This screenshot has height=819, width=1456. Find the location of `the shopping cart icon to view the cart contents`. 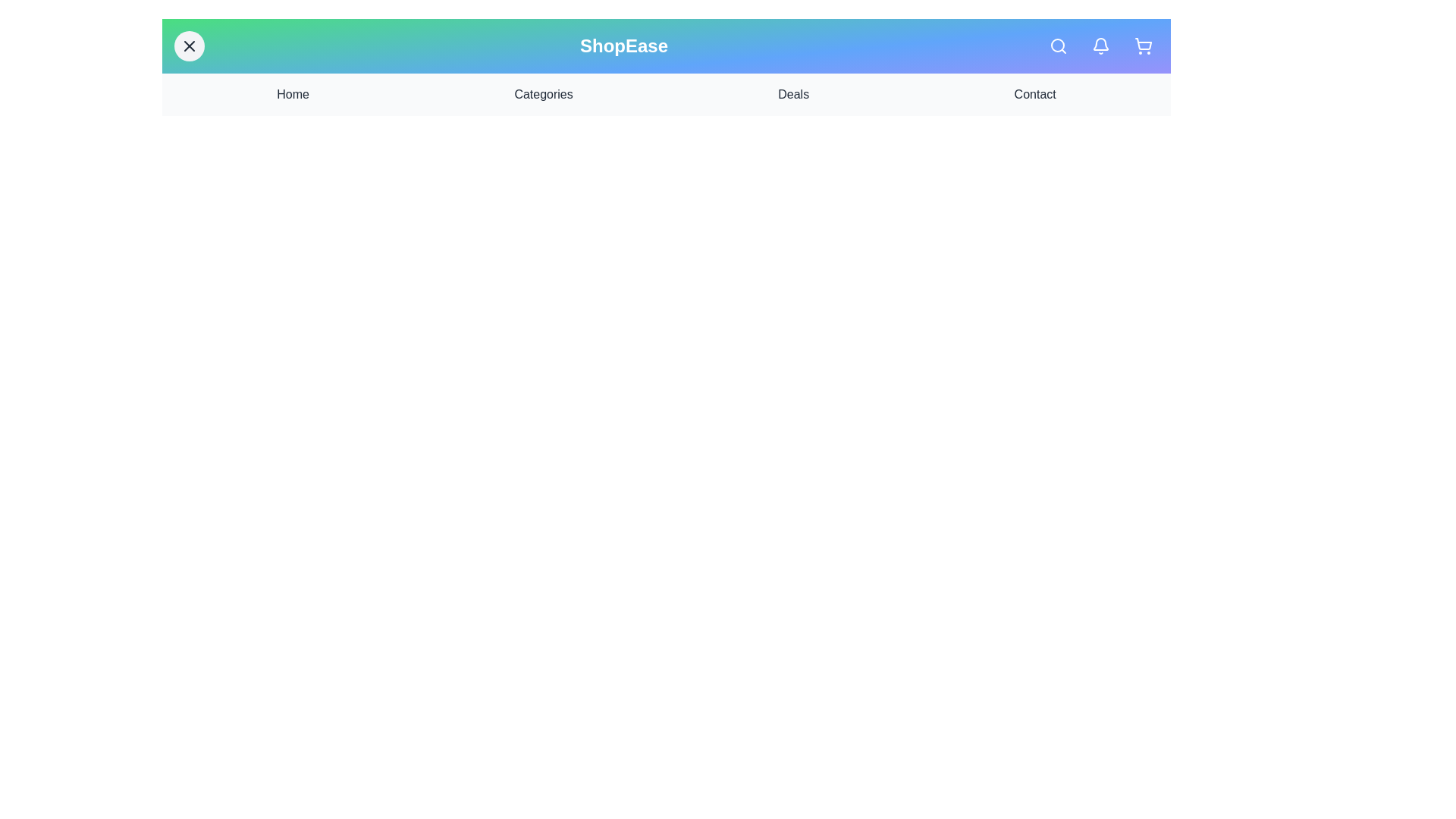

the shopping cart icon to view the cart contents is located at coordinates (1143, 45).